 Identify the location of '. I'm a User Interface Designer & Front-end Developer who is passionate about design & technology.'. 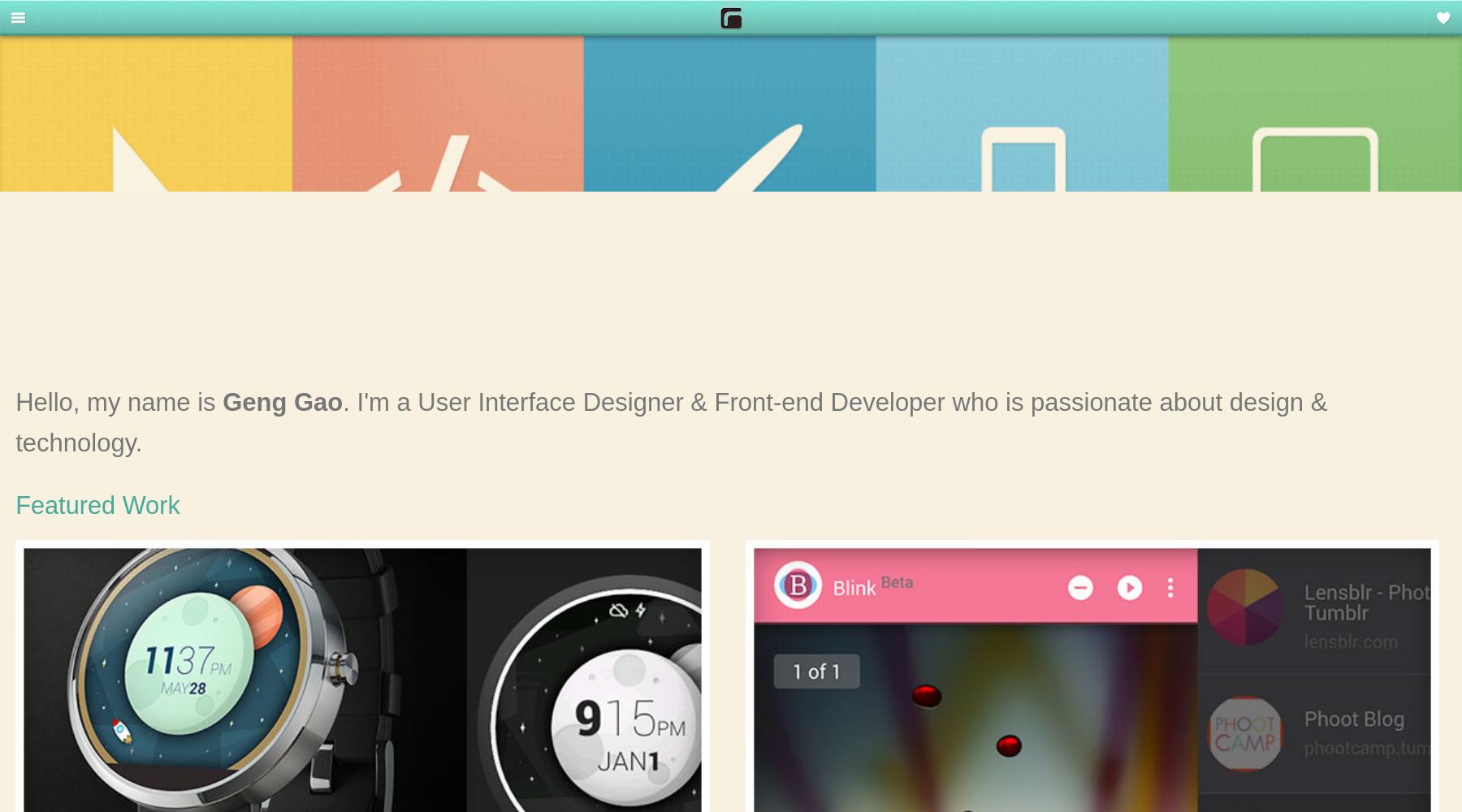
(671, 422).